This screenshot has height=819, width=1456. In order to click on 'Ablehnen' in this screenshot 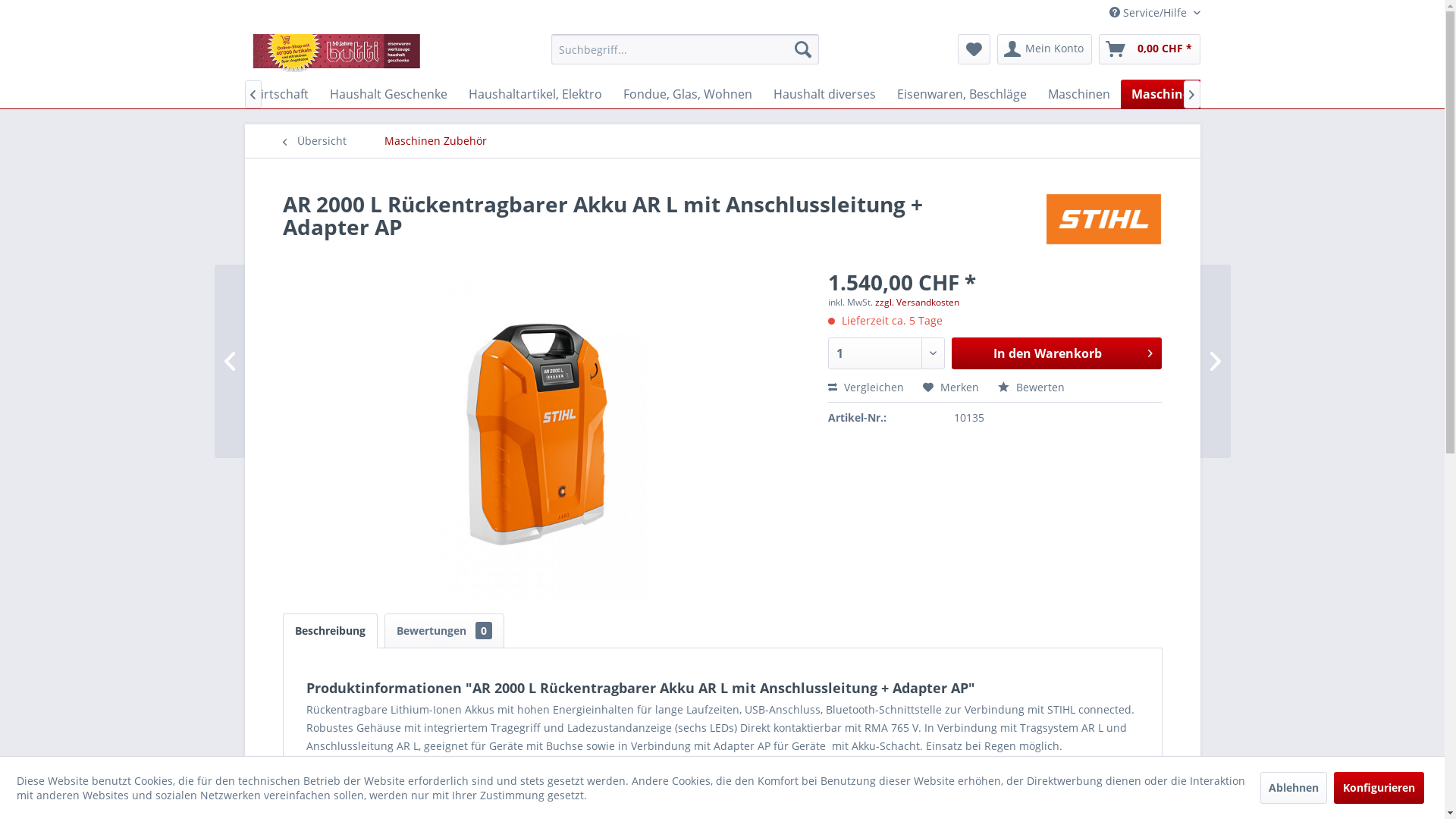, I will do `click(1292, 786)`.